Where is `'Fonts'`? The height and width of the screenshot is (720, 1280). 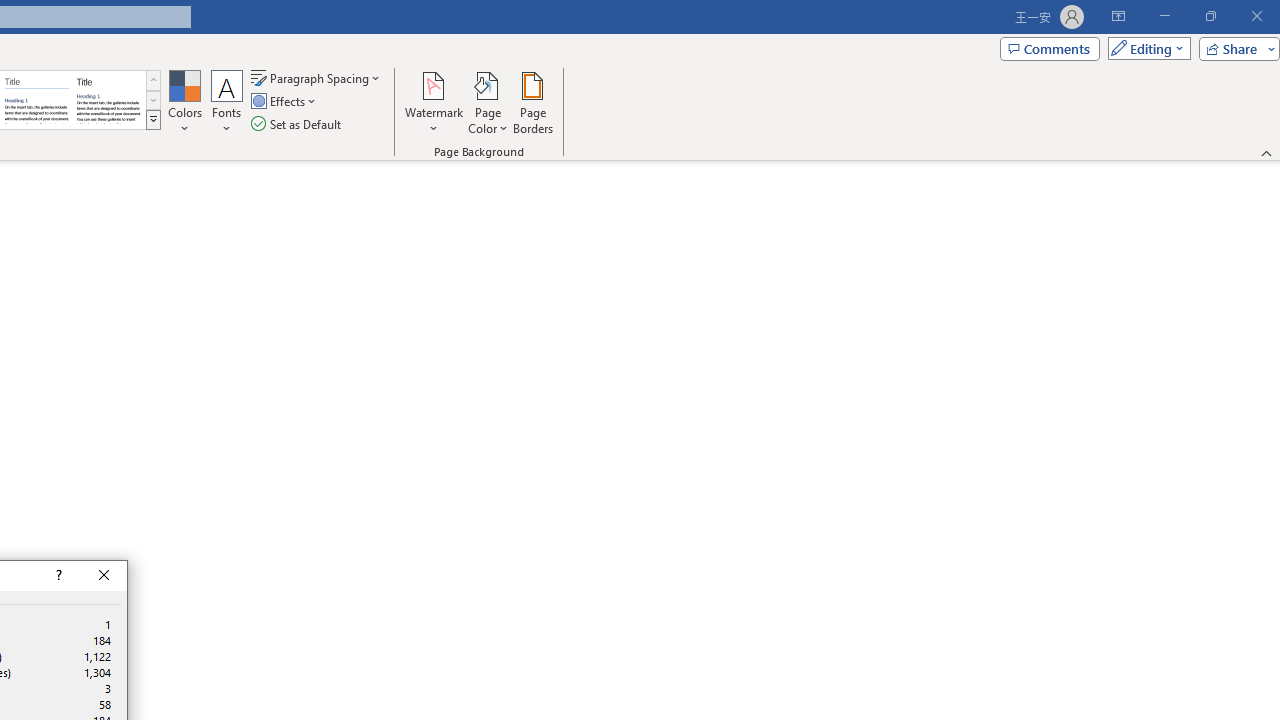 'Fonts' is located at coordinates (227, 103).